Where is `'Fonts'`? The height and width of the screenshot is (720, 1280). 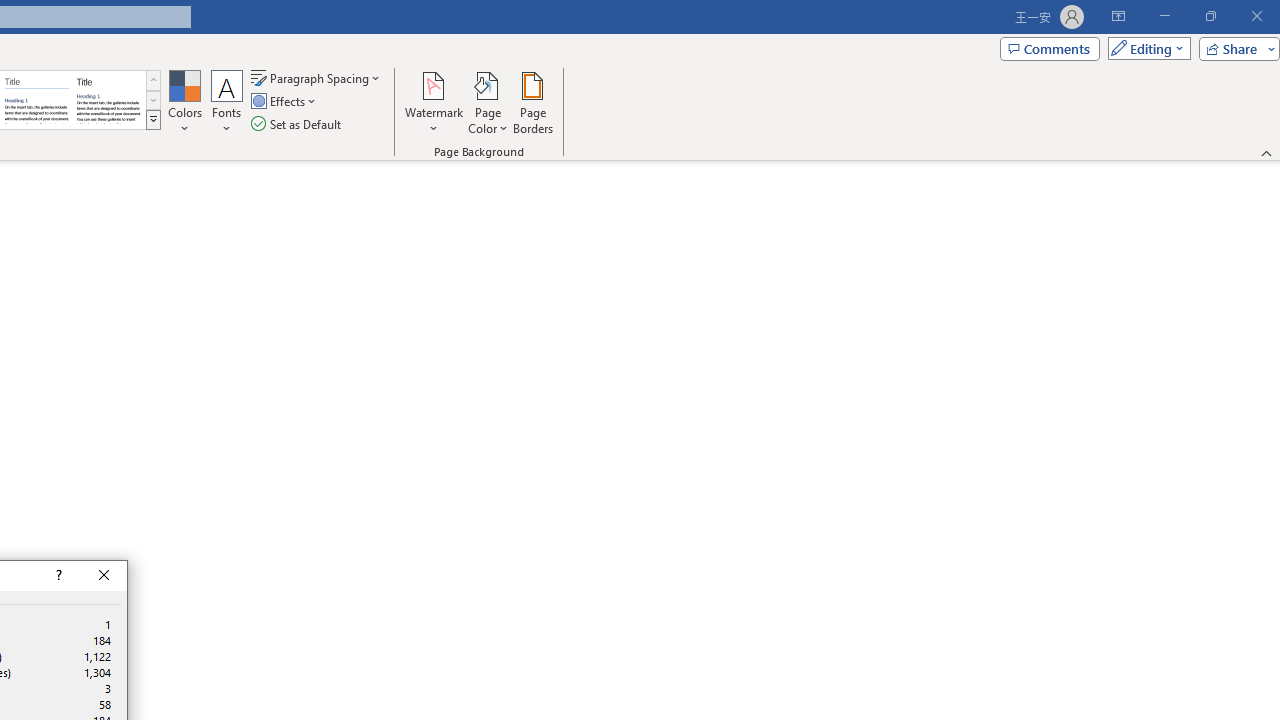 'Fonts' is located at coordinates (227, 103).